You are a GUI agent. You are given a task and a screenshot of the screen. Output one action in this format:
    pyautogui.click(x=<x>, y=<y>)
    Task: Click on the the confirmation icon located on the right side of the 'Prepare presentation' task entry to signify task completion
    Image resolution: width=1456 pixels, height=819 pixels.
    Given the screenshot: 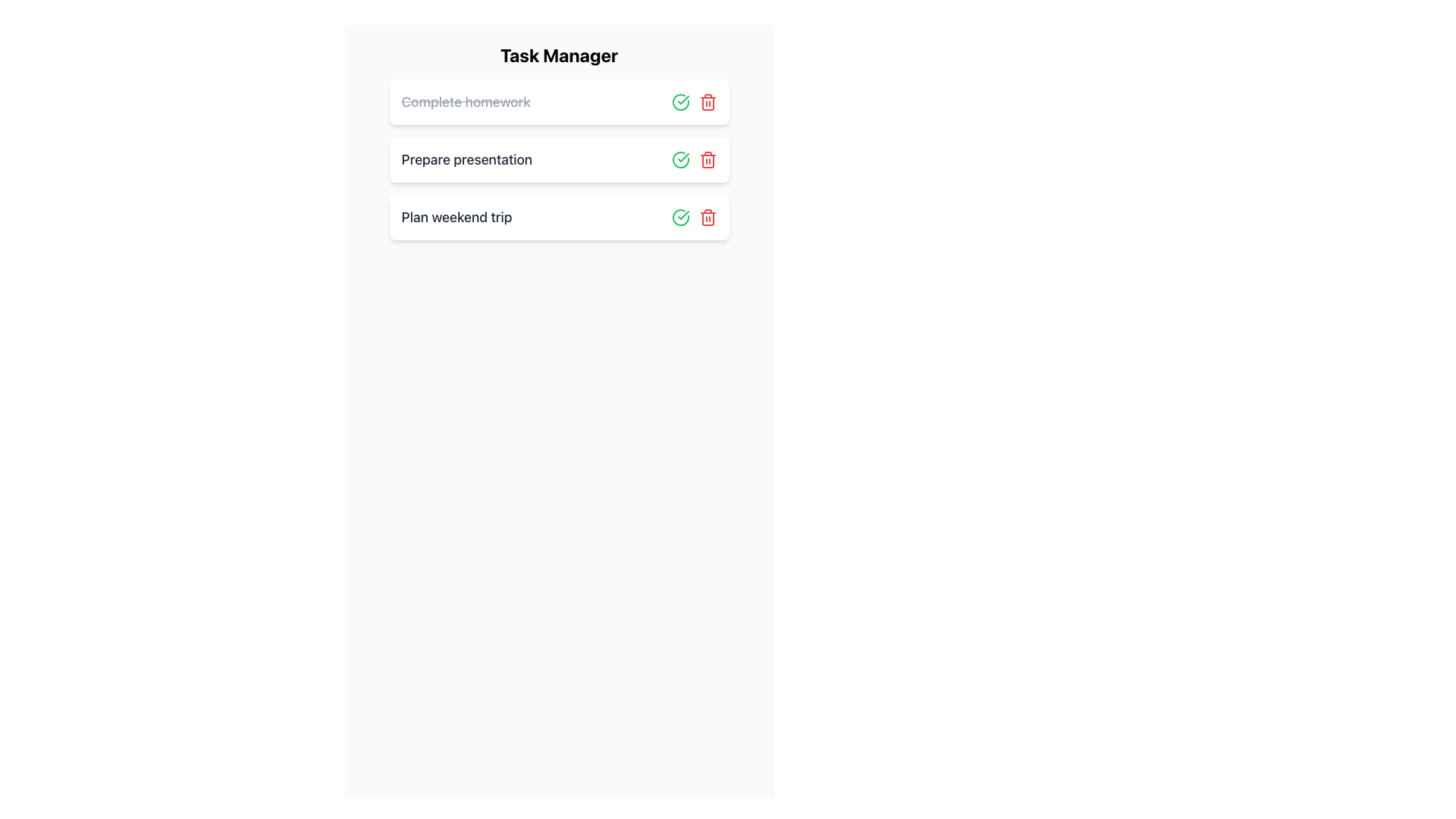 What is the action you would take?
    pyautogui.click(x=682, y=99)
    